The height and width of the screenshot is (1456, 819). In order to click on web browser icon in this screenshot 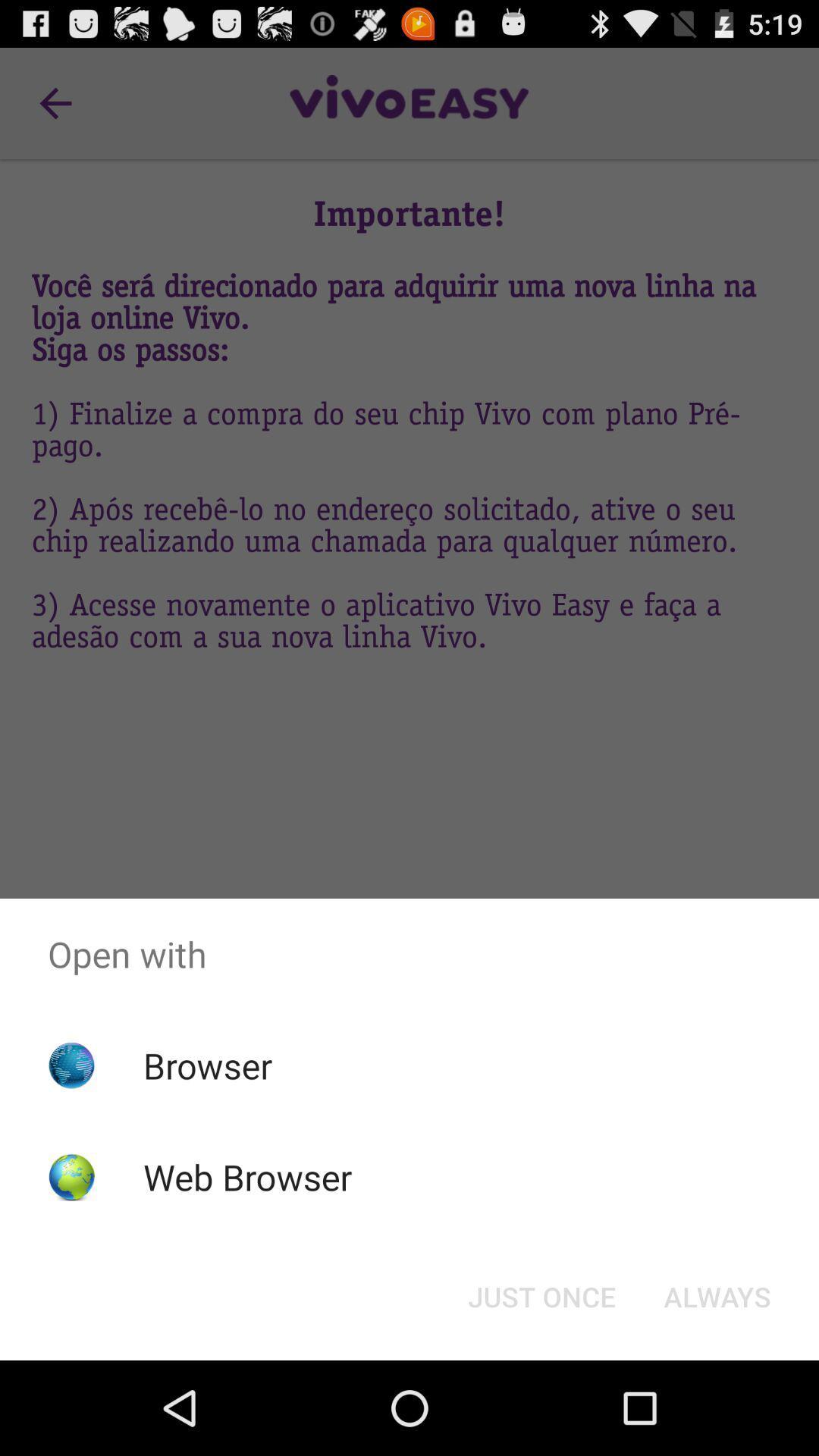, I will do `click(246, 1176)`.